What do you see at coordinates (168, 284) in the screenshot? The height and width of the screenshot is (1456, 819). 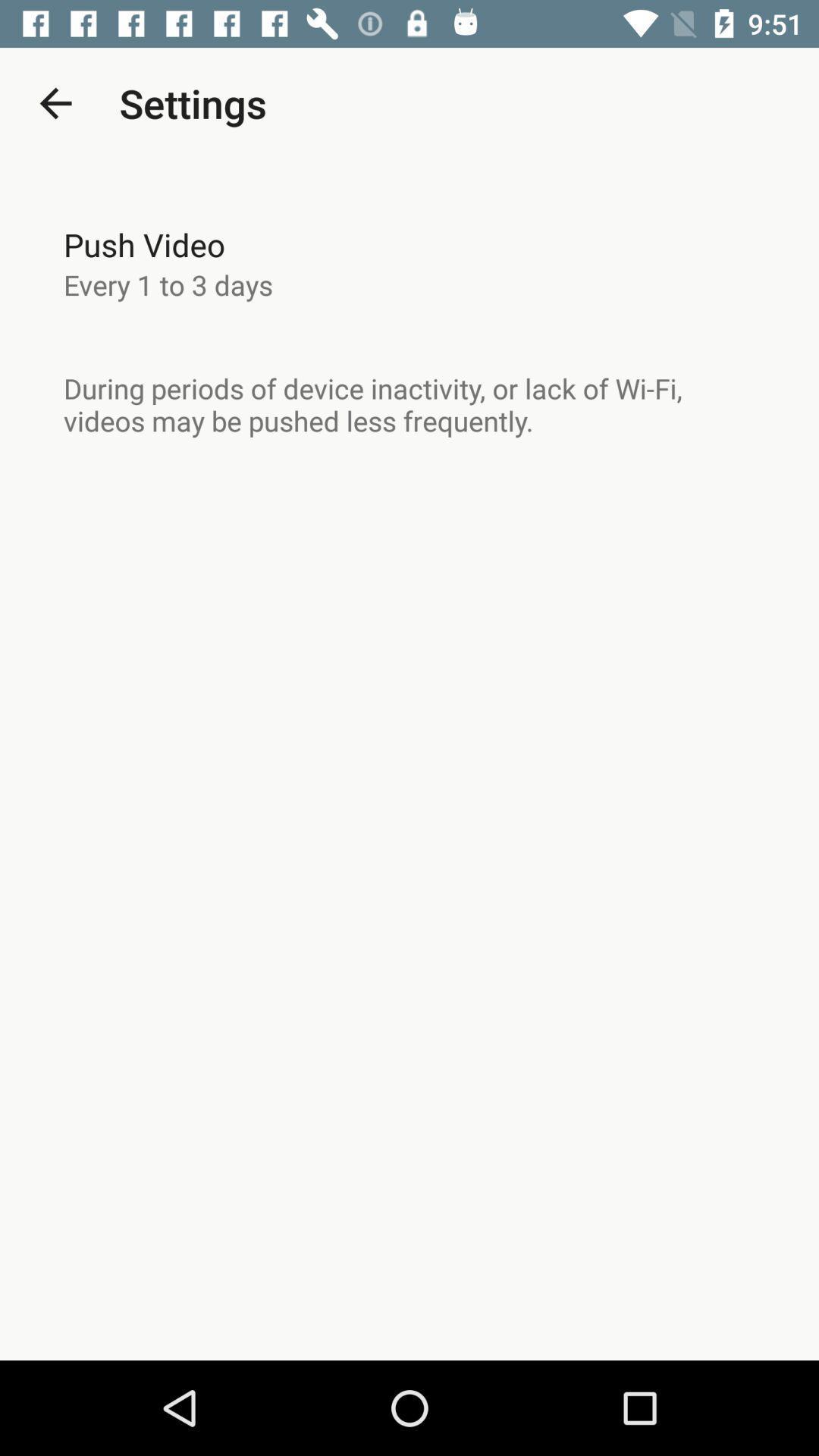 I see `item below push video` at bounding box center [168, 284].